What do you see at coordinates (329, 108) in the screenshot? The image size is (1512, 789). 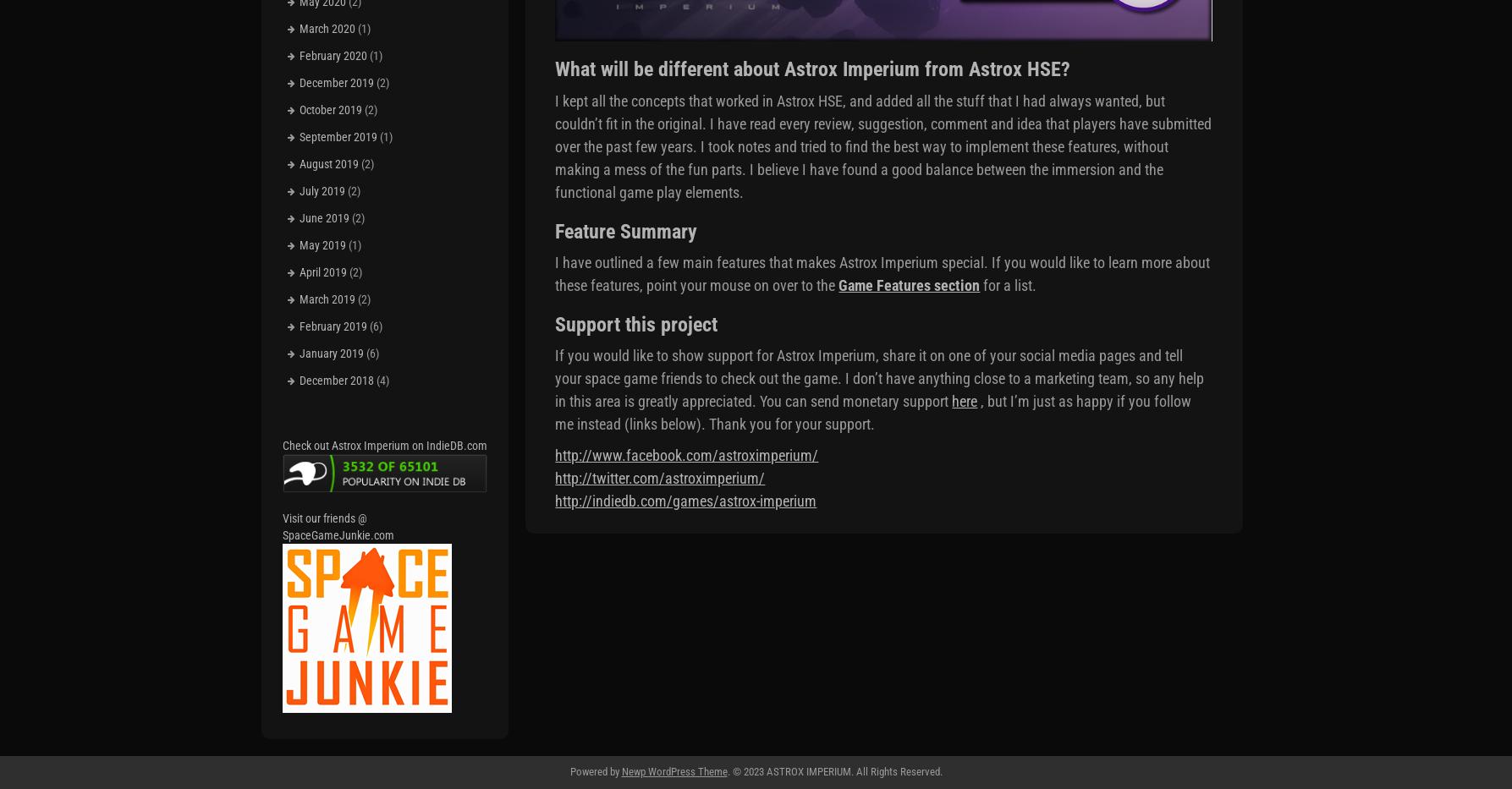 I see `'October 2019'` at bounding box center [329, 108].